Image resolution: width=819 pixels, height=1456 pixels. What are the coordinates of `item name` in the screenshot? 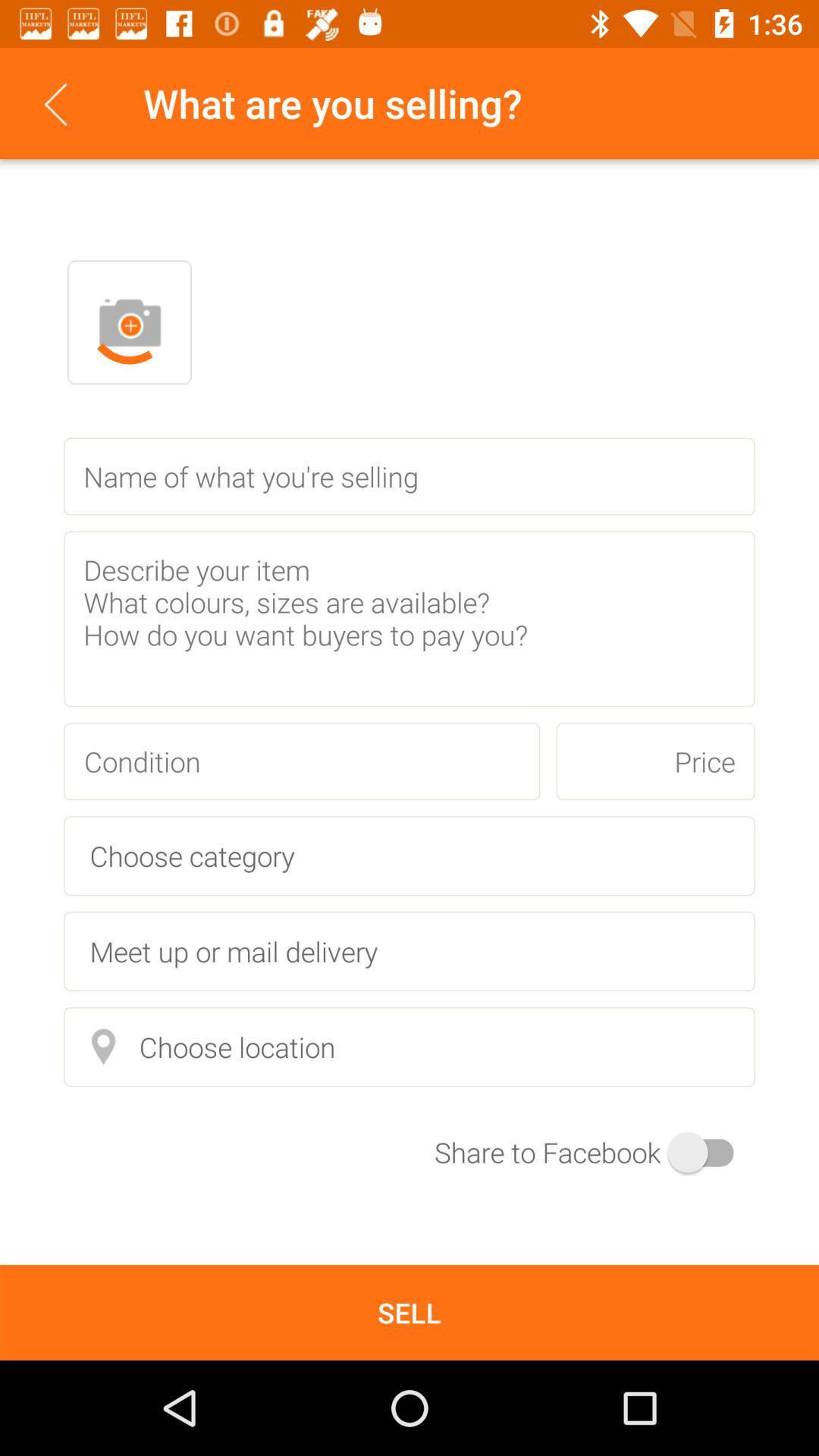 It's located at (409, 475).